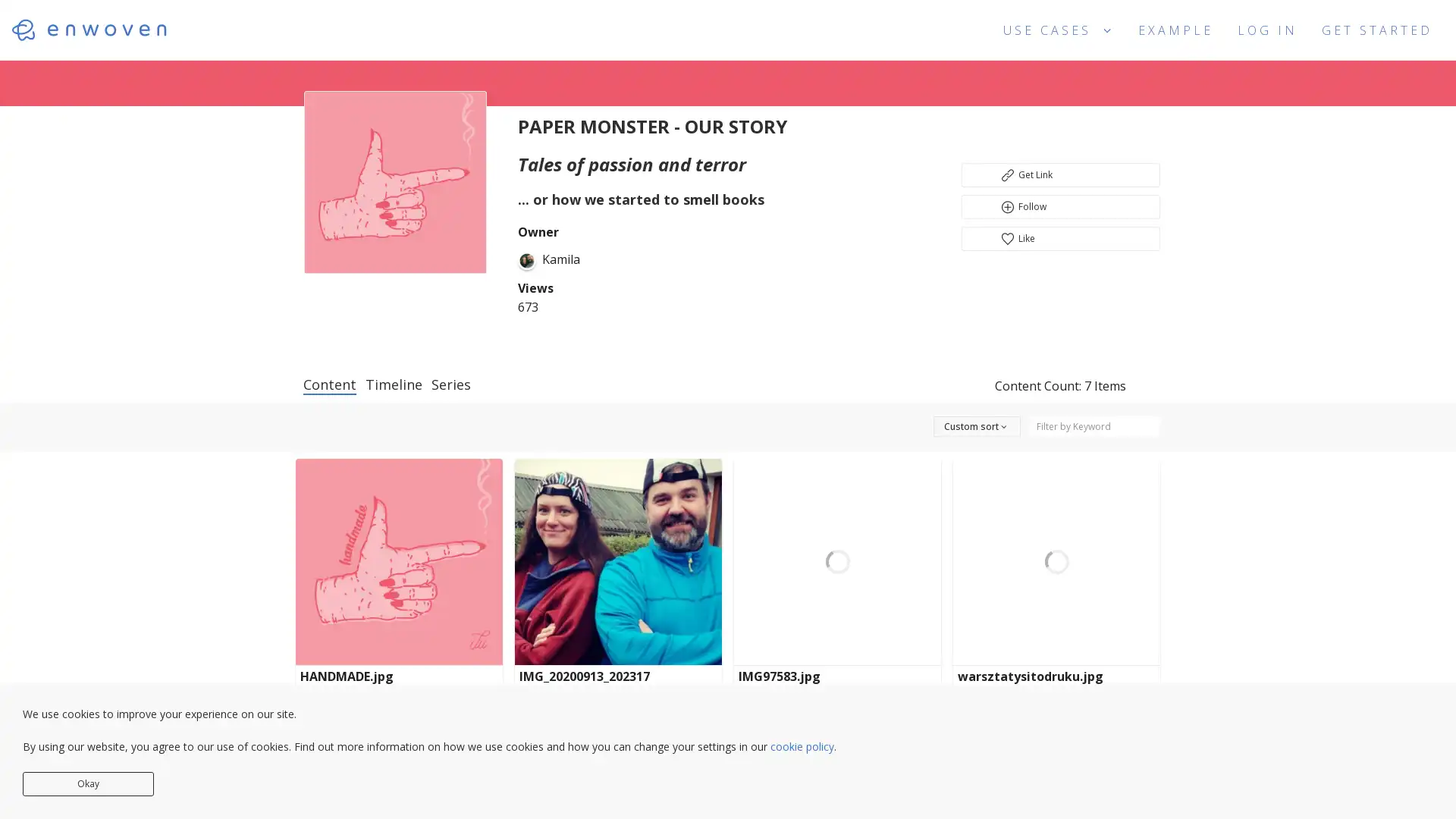 The image size is (1456, 819). Describe the element at coordinates (329, 383) in the screenshot. I see `Content` at that location.